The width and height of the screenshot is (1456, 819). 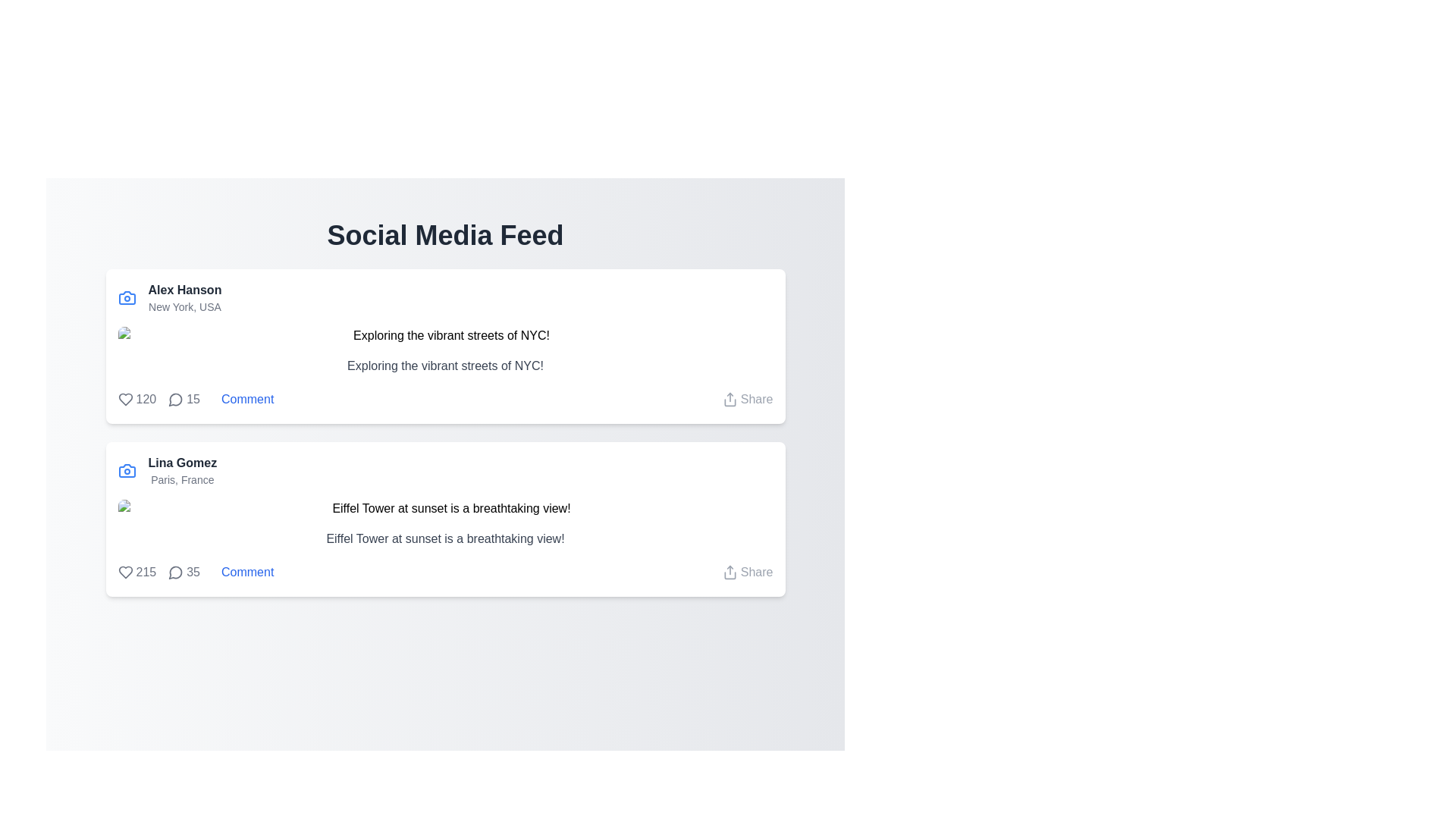 I want to click on the camera icon located to the immediate left of the text 'Lina Gomez', which signifies photographic functionality, so click(x=127, y=470).